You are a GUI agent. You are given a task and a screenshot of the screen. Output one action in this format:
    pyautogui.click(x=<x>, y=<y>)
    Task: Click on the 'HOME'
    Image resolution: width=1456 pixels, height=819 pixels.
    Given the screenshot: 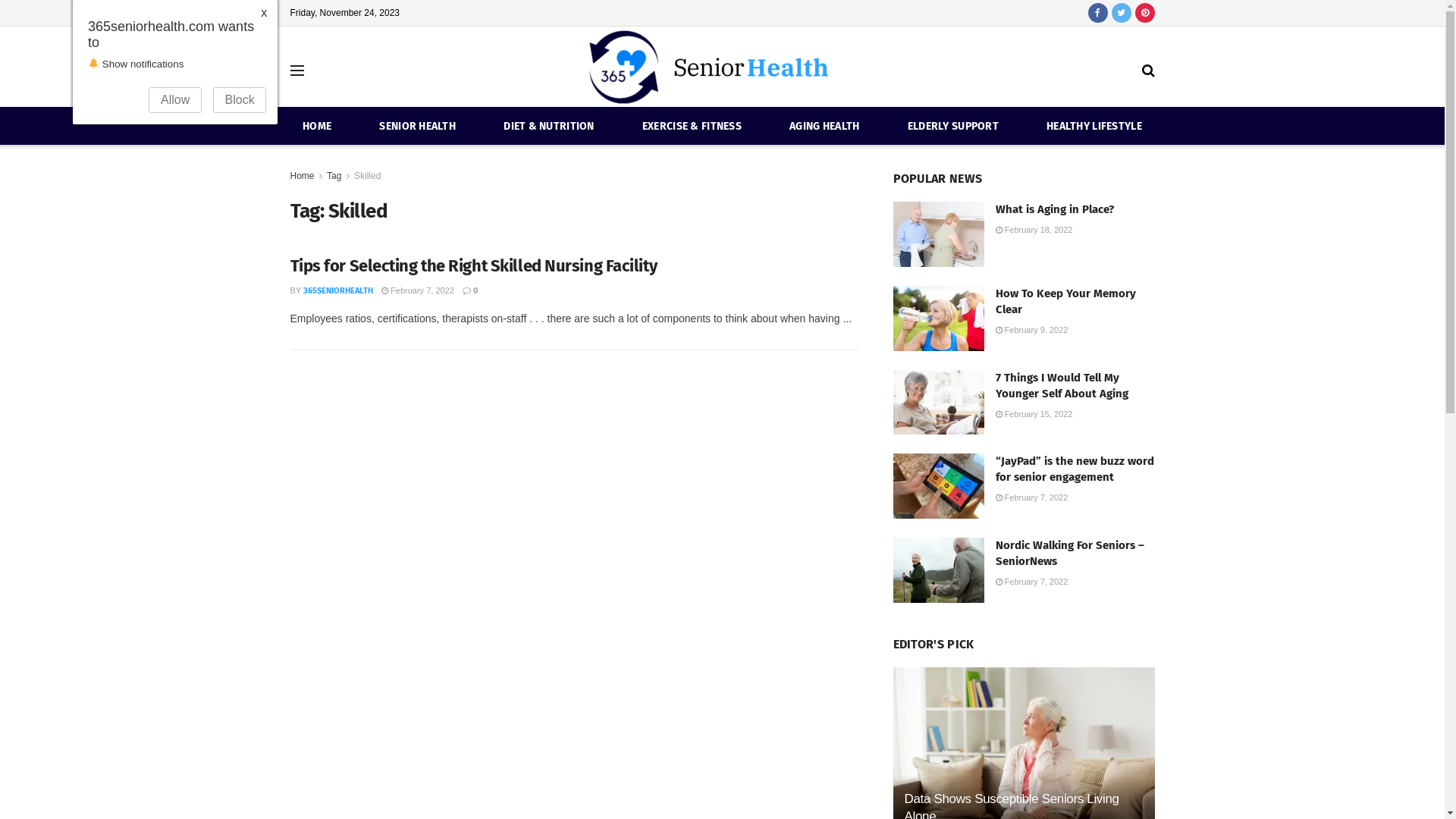 What is the action you would take?
    pyautogui.click(x=302, y=125)
    